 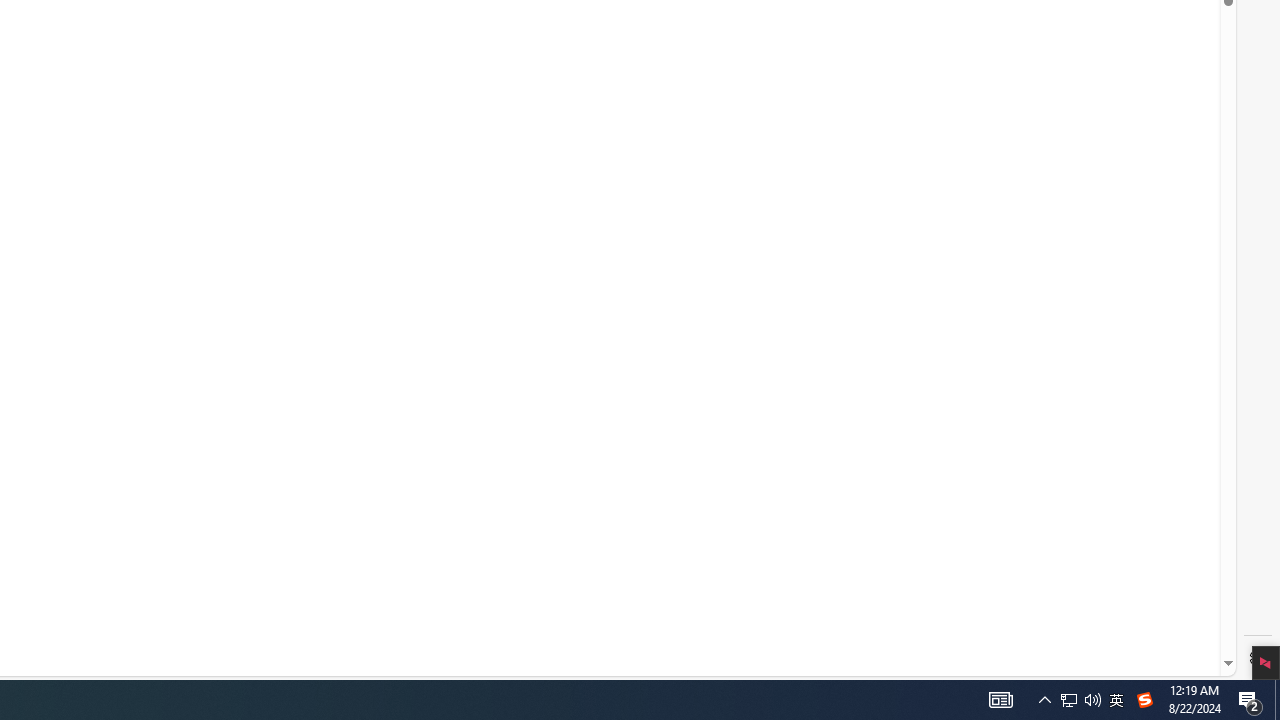 I want to click on 'Settings', so click(x=1257, y=658).